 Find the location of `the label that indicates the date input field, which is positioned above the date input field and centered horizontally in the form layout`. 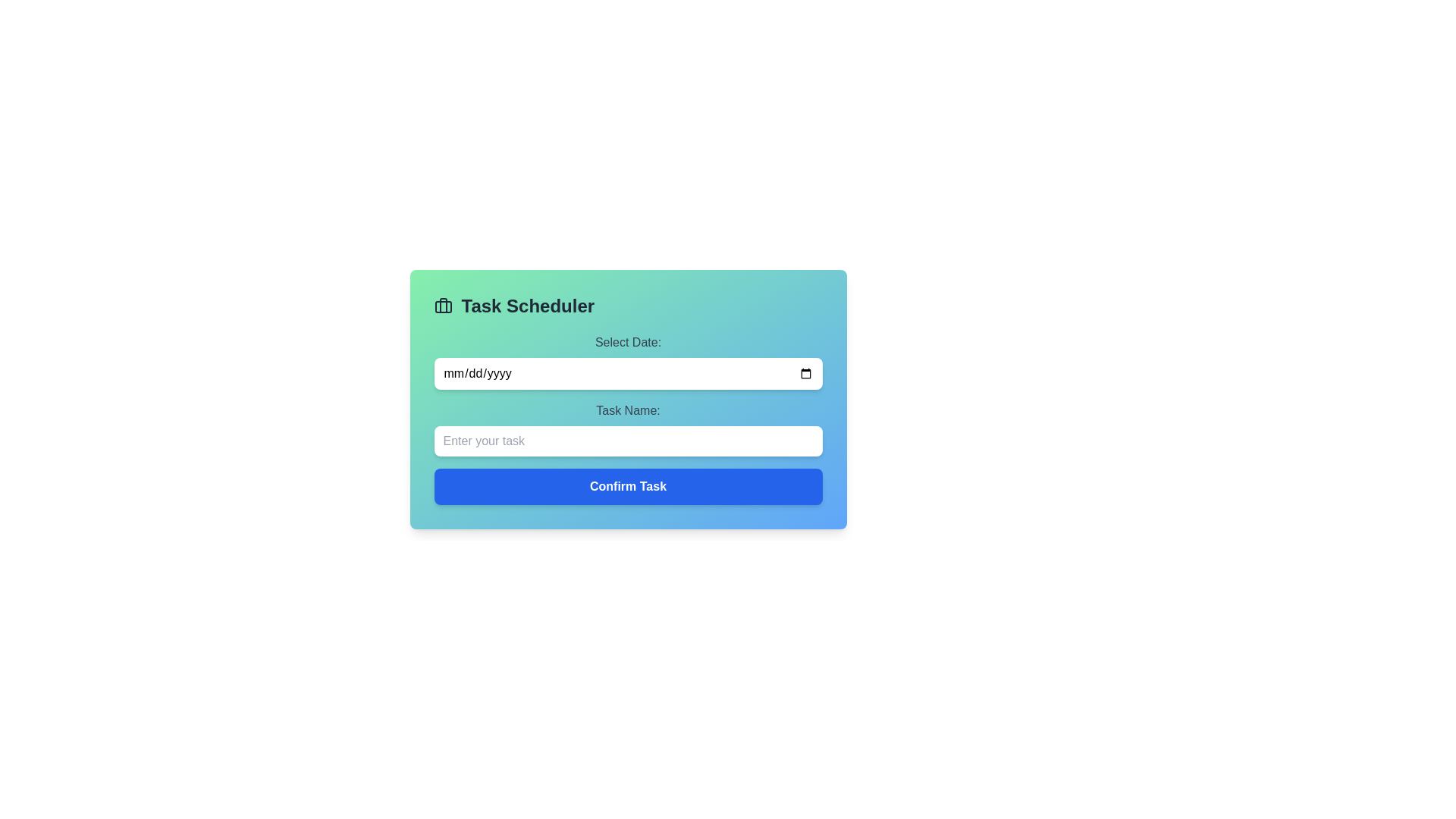

the label that indicates the date input field, which is positioned above the date input field and centered horizontally in the form layout is located at coordinates (628, 342).